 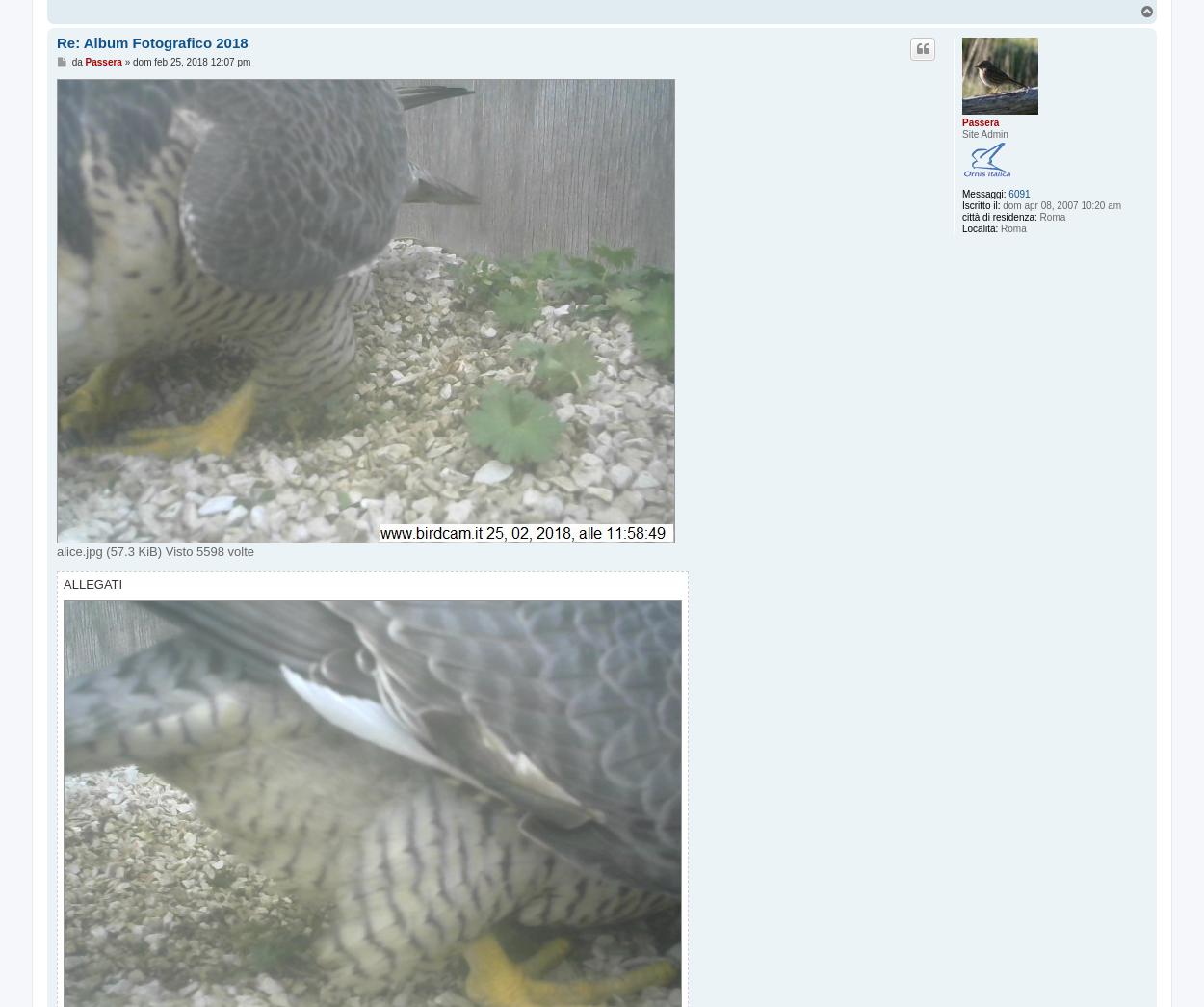 I want to click on '6091', so click(x=1008, y=194).